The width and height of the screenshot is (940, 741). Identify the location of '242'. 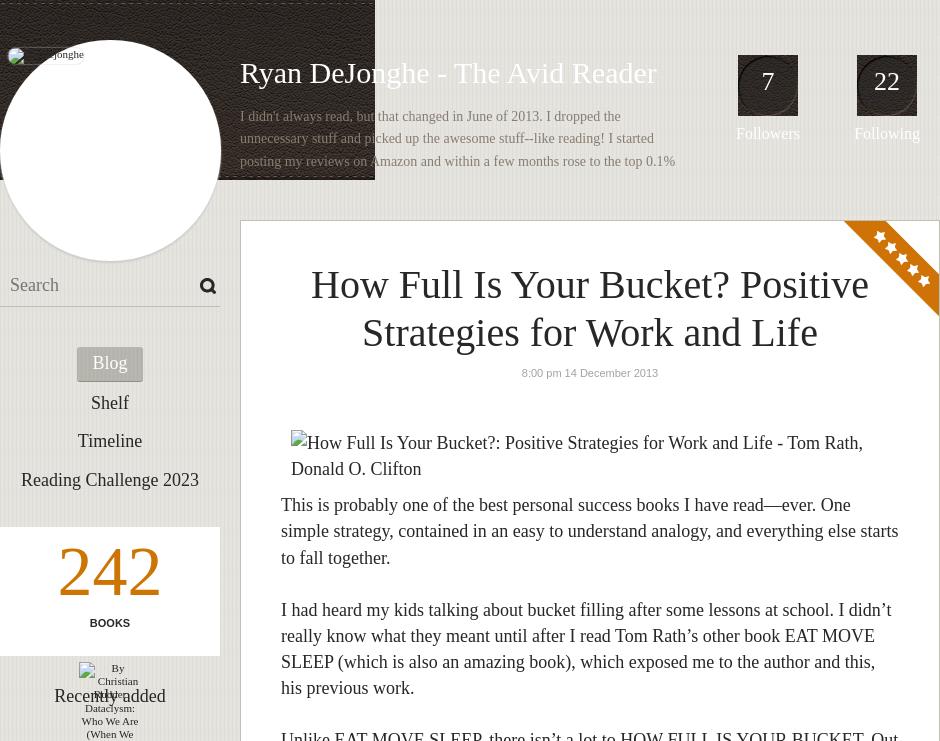
(55, 570).